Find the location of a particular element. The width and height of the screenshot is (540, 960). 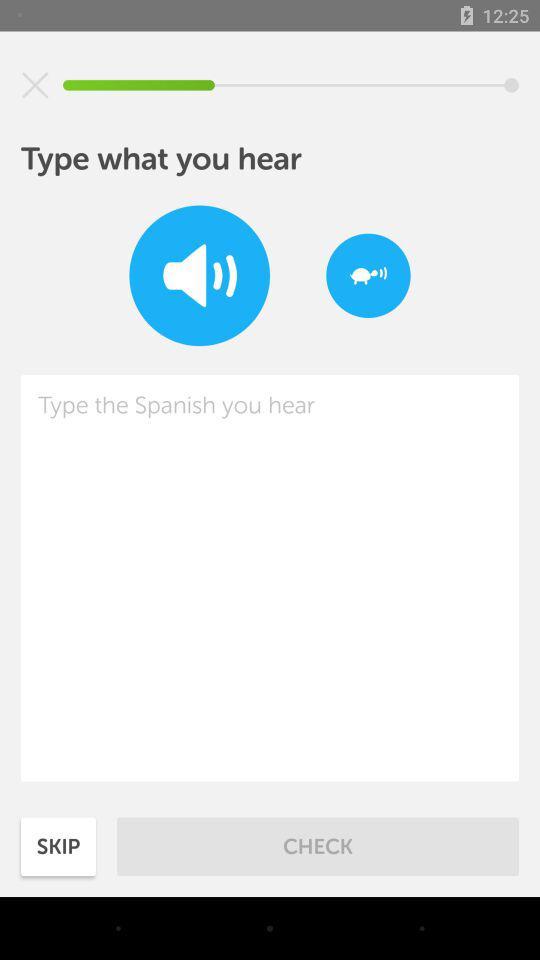

listen is located at coordinates (199, 274).